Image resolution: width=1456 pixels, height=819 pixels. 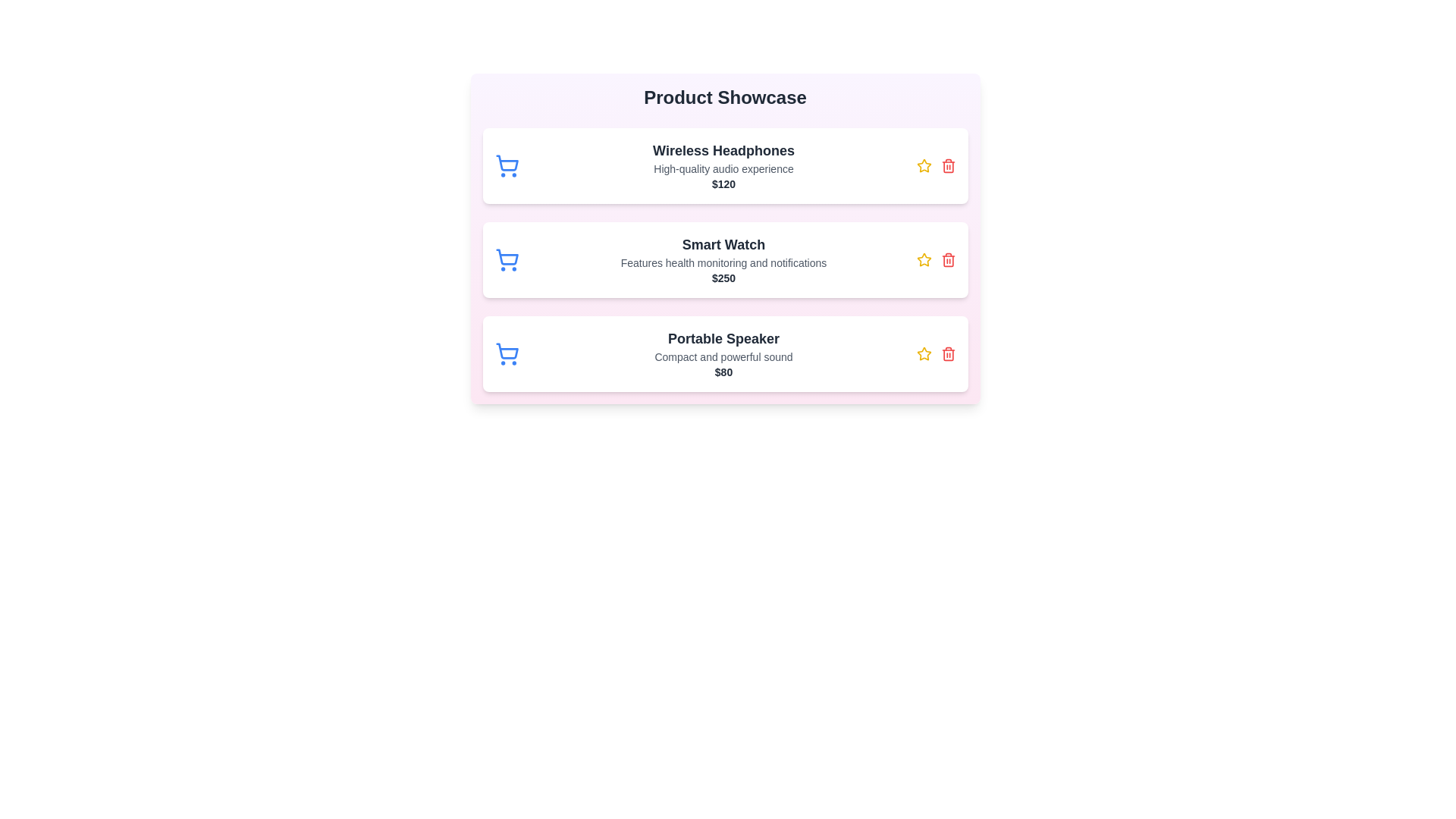 What do you see at coordinates (507, 166) in the screenshot?
I see `the shopping cart icon for the product Wireless Headphones` at bounding box center [507, 166].